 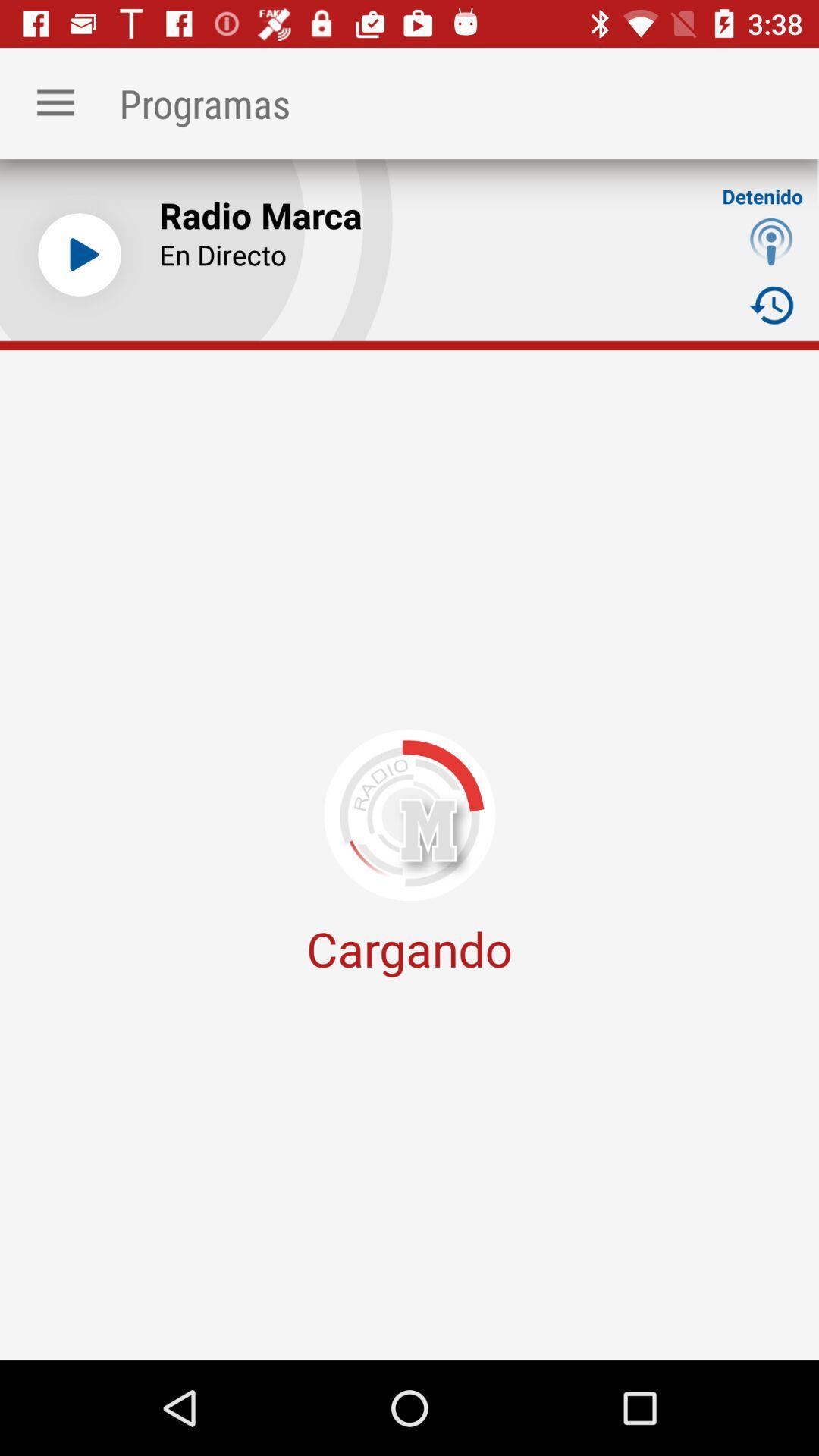 I want to click on icon next to the programas, so click(x=55, y=102).